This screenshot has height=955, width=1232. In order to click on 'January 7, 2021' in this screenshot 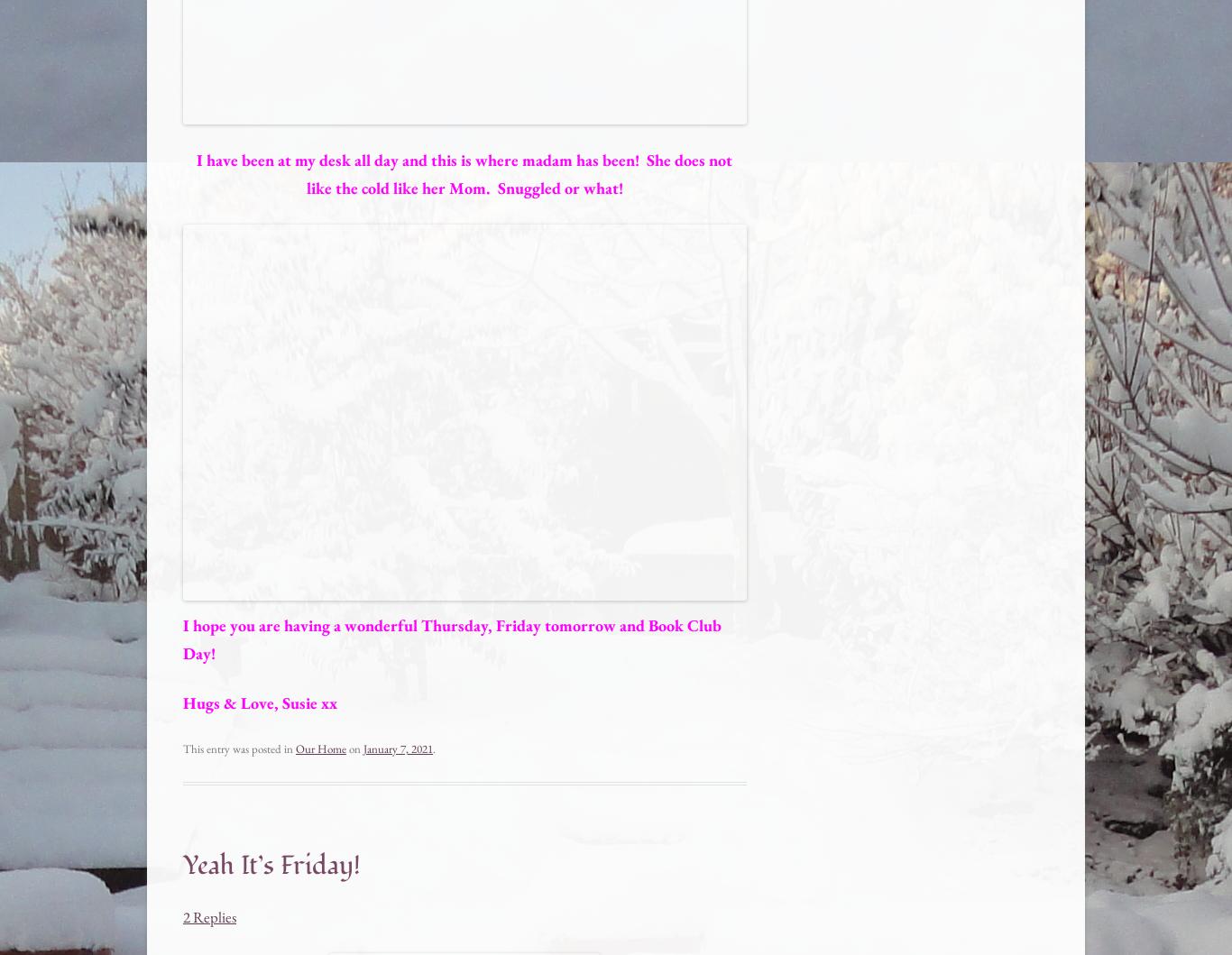, I will do `click(362, 748)`.